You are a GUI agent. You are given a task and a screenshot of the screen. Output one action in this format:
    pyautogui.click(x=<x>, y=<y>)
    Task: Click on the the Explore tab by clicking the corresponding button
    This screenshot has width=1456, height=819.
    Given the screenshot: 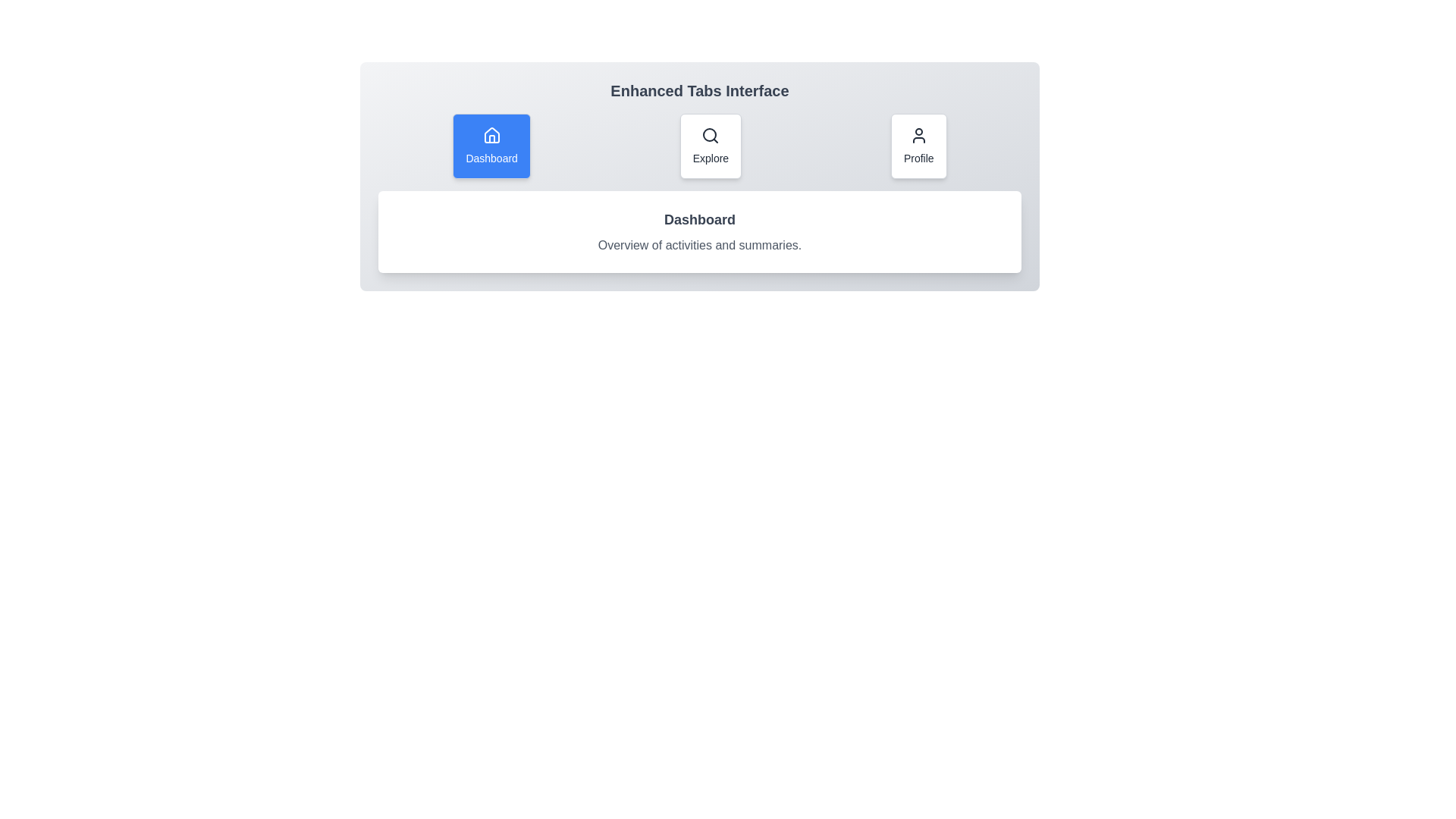 What is the action you would take?
    pyautogui.click(x=710, y=146)
    